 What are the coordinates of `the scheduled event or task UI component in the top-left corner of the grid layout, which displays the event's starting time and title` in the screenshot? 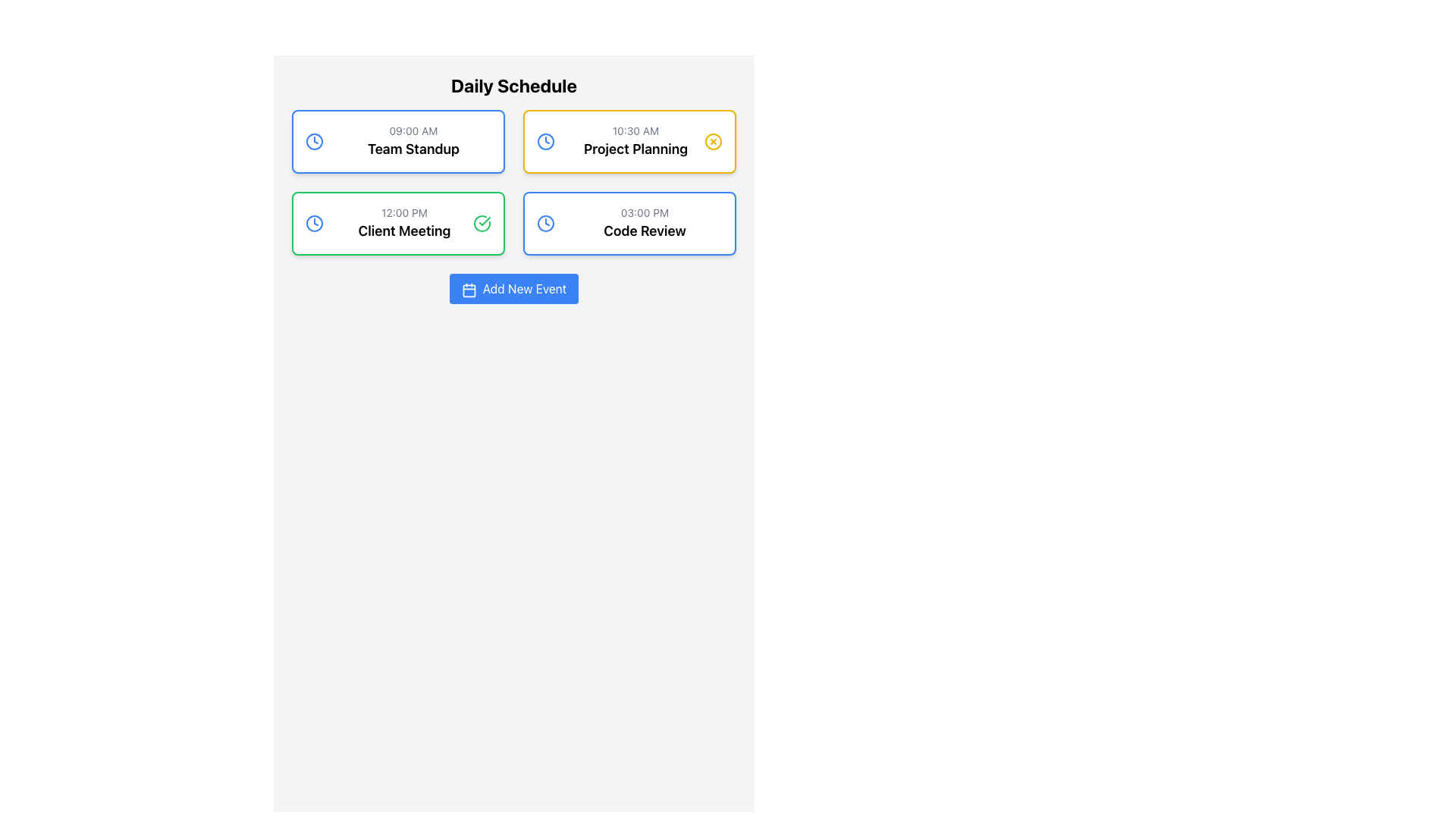 It's located at (398, 141).